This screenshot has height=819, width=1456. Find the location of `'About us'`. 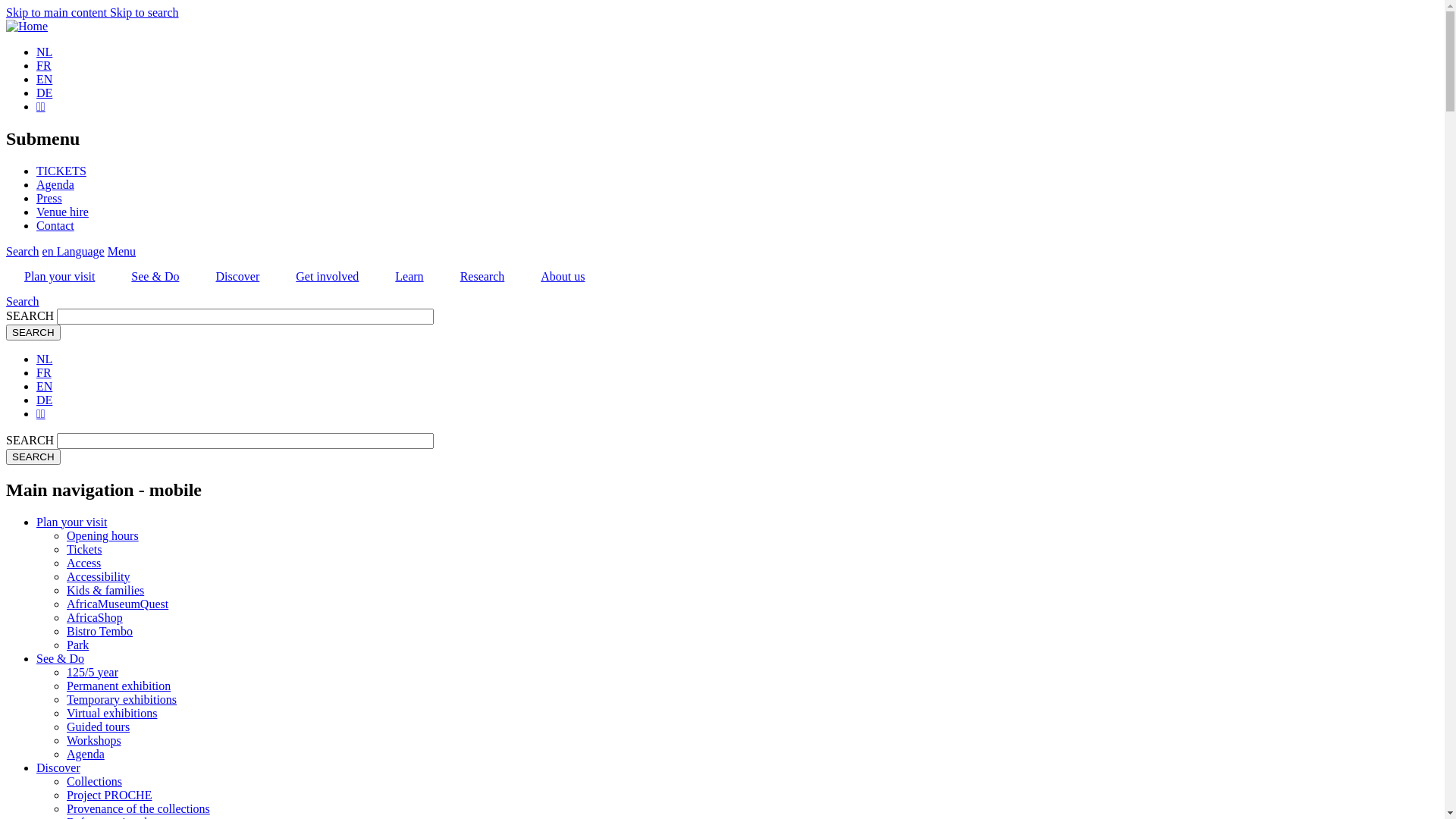

'About us' is located at coordinates (562, 277).